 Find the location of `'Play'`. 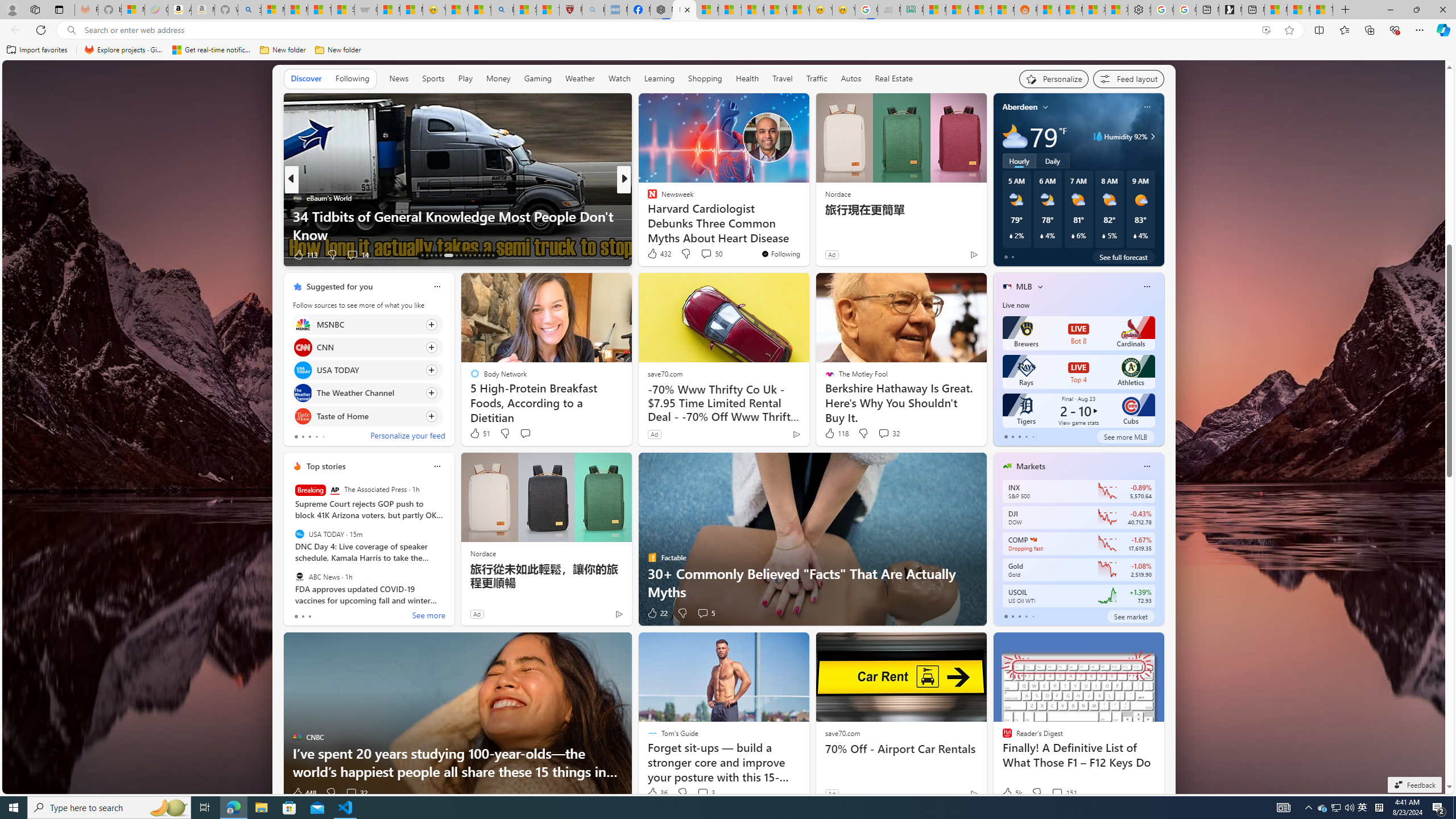

'Play' is located at coordinates (464, 78).